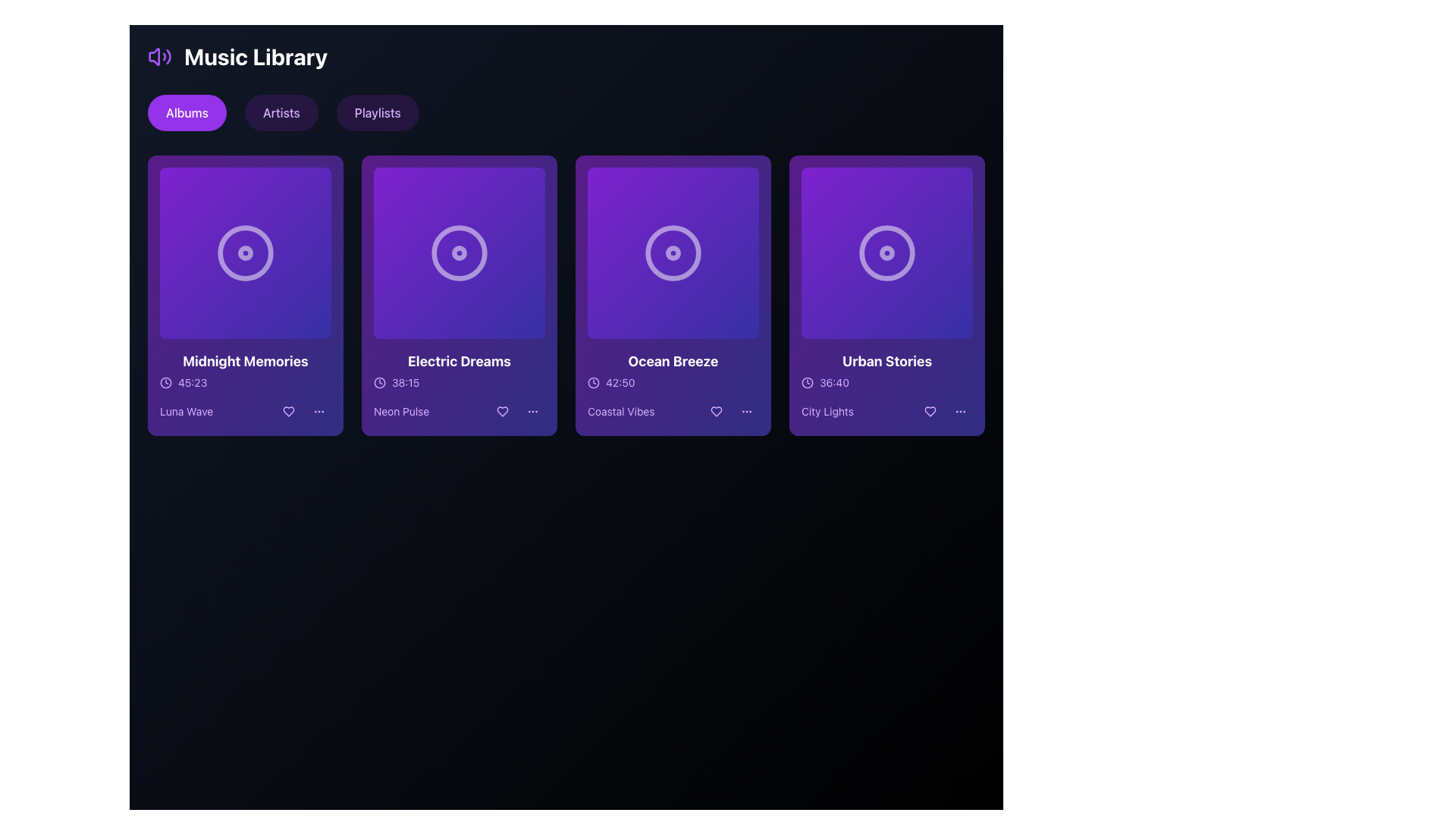 The height and width of the screenshot is (819, 1456). I want to click on the Ellipsis icon, represented by three small circular dots styled in purple, located at the bottom-right corner of the 'Electric Dreams' card, so click(532, 412).